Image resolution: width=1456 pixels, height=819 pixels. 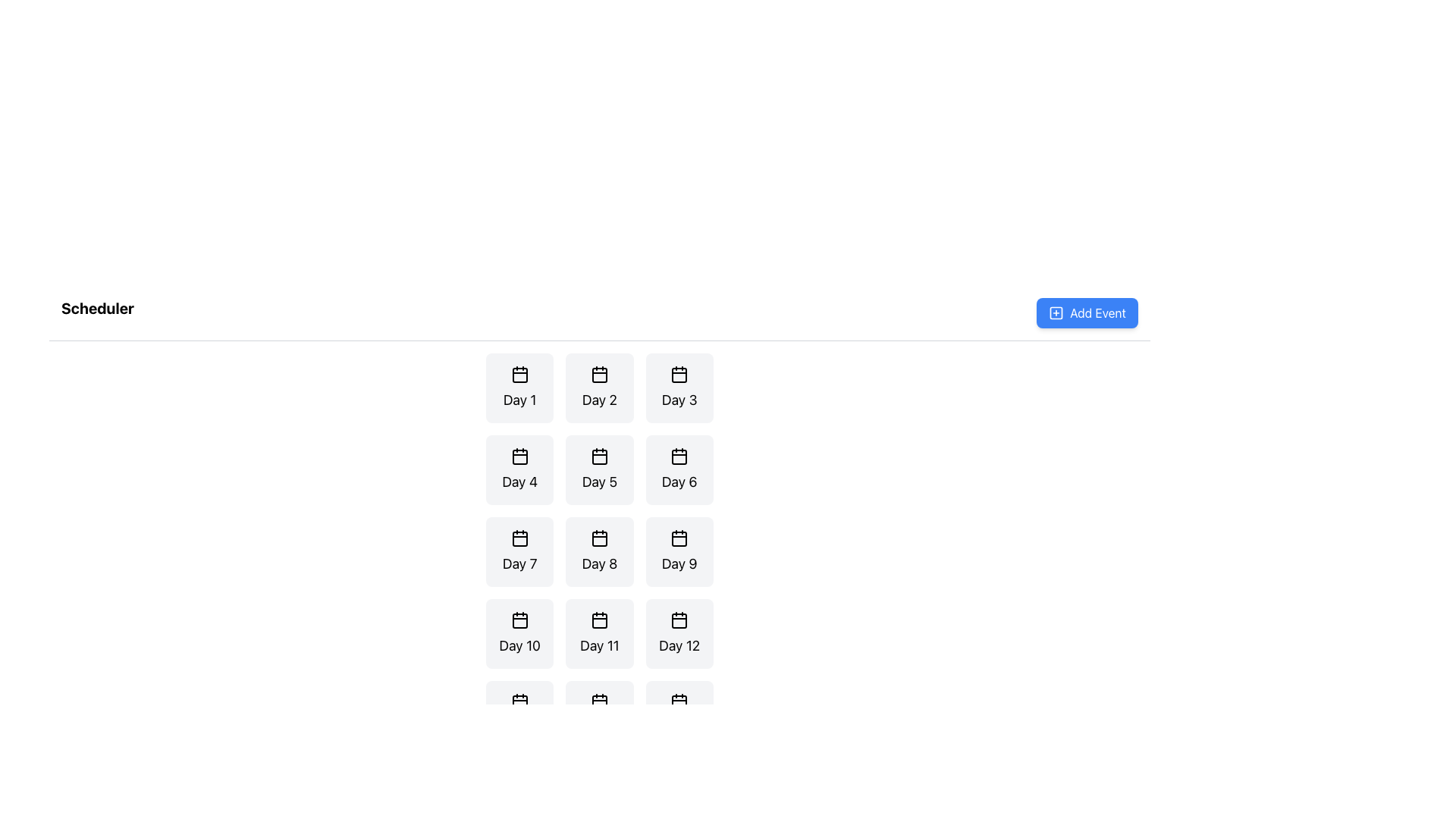 I want to click on the calendar icon located at the top of the card labeled 'Day 7' in the third row and first column of a 4x3 grid, so click(x=519, y=537).